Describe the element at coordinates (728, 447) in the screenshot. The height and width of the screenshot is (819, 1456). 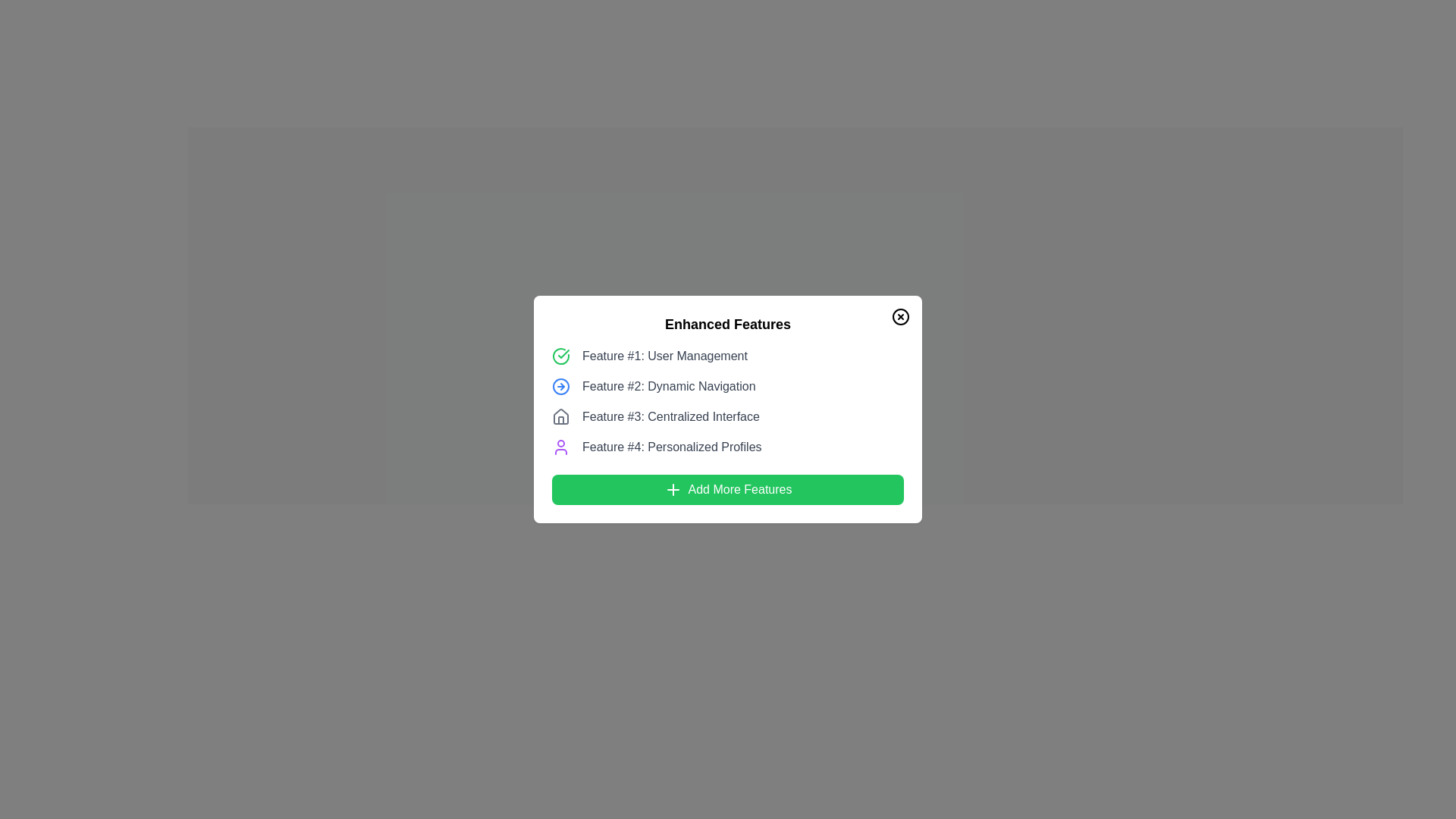
I see `the list item that reads 'Feature #4: Personalized Profiles' with a purple user silhouette icon` at that location.